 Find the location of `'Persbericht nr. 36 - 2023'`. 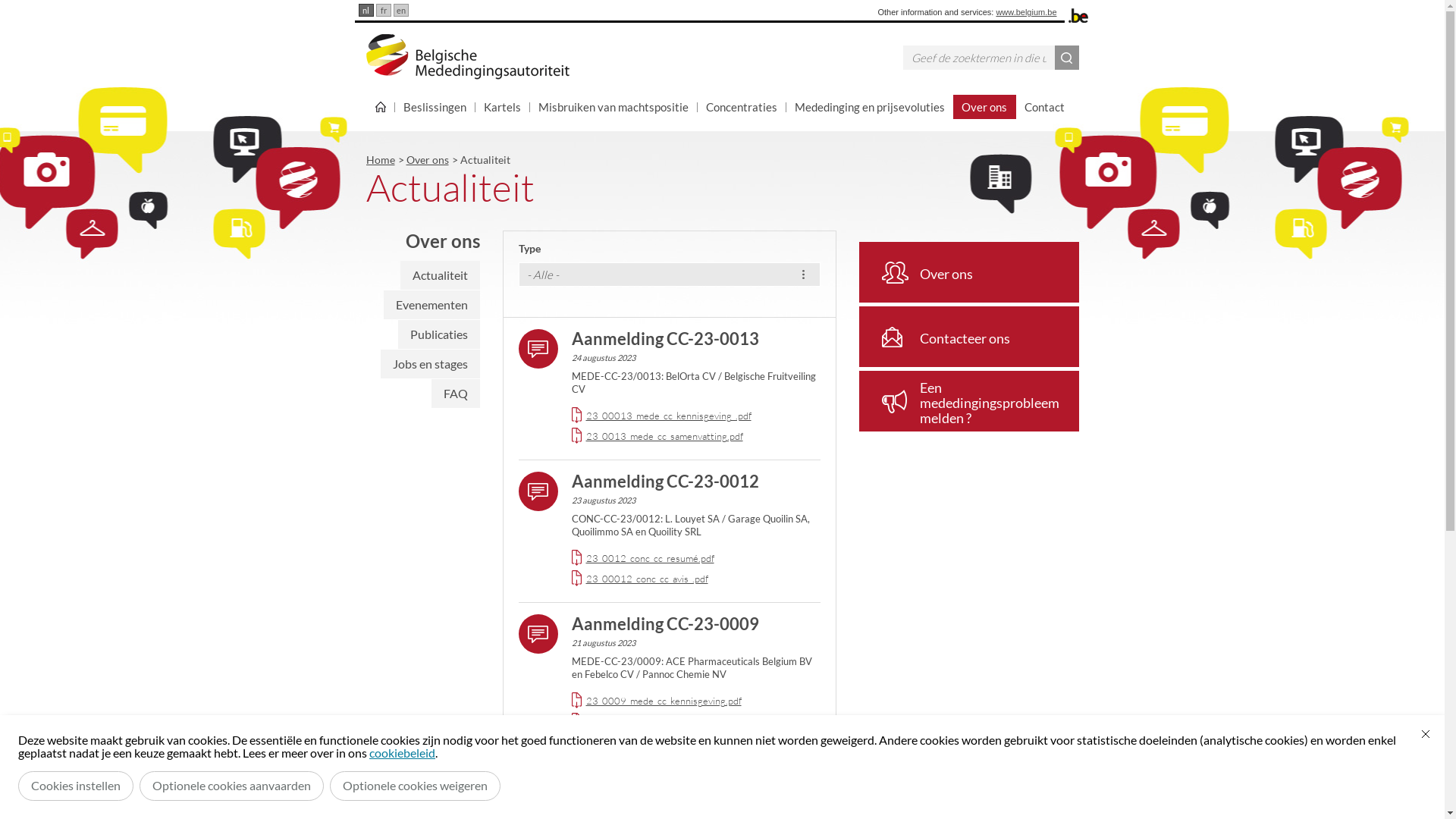

'Persbericht nr. 36 - 2023' is located at coordinates (665, 766).